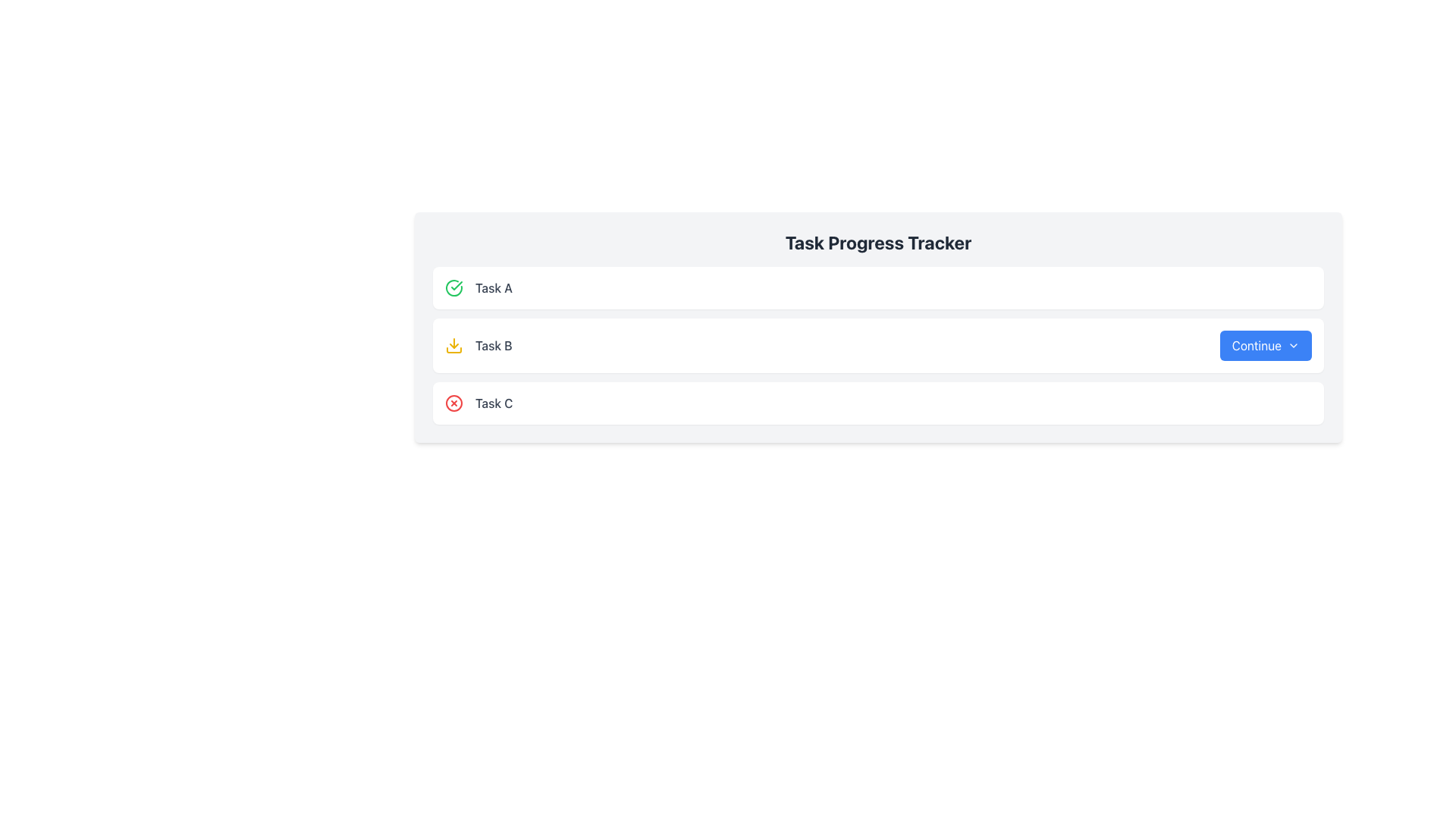  Describe the element at coordinates (453, 345) in the screenshot. I see `the stylized yellow download icon, which is an outlined arrow pointing downward` at that location.